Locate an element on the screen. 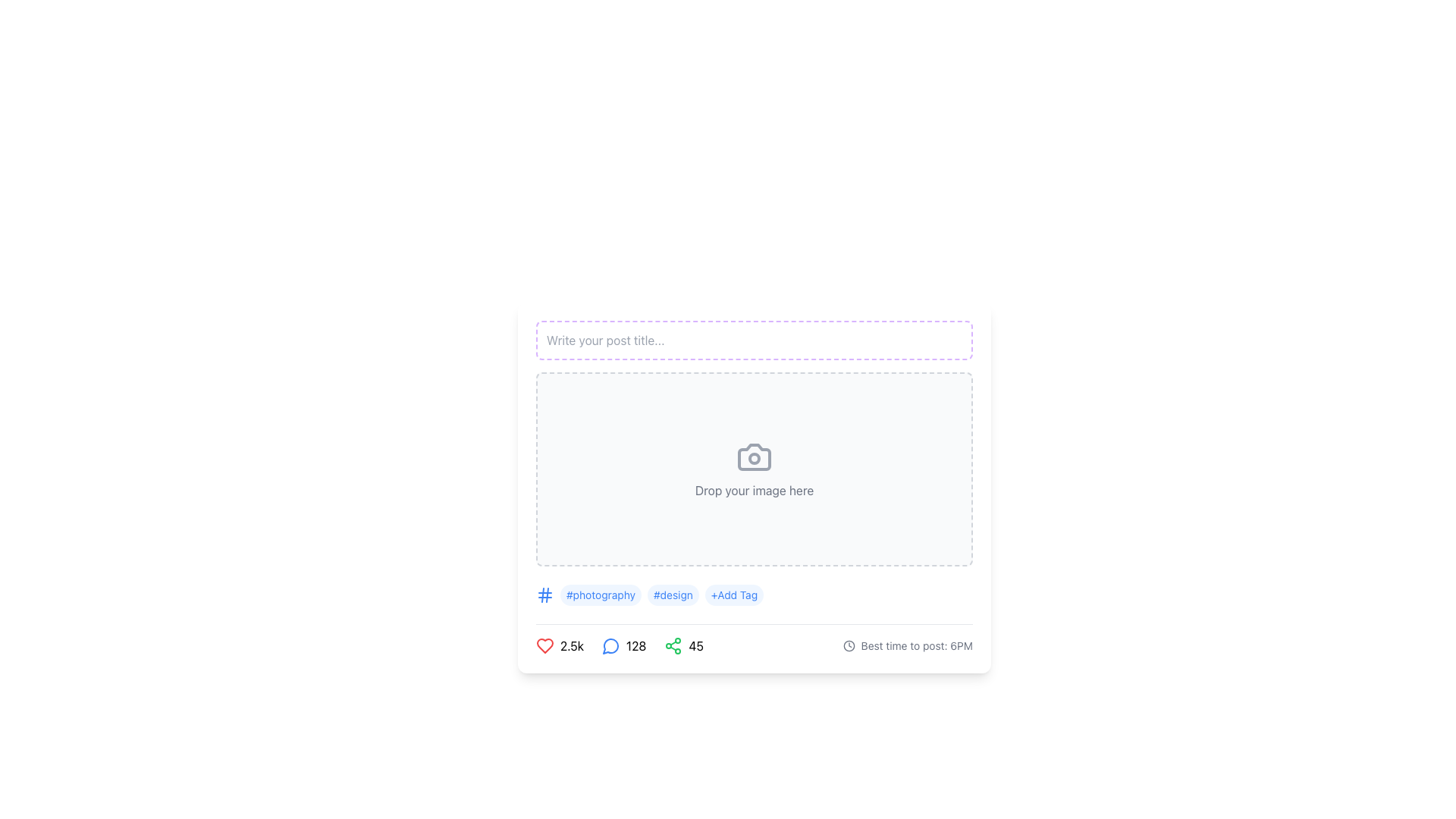 Image resolution: width=1456 pixels, height=819 pixels. the blue speech bubble icon located centrally between the heart icon on the left and the share icon on the right at the bottom of the content card is located at coordinates (610, 646).